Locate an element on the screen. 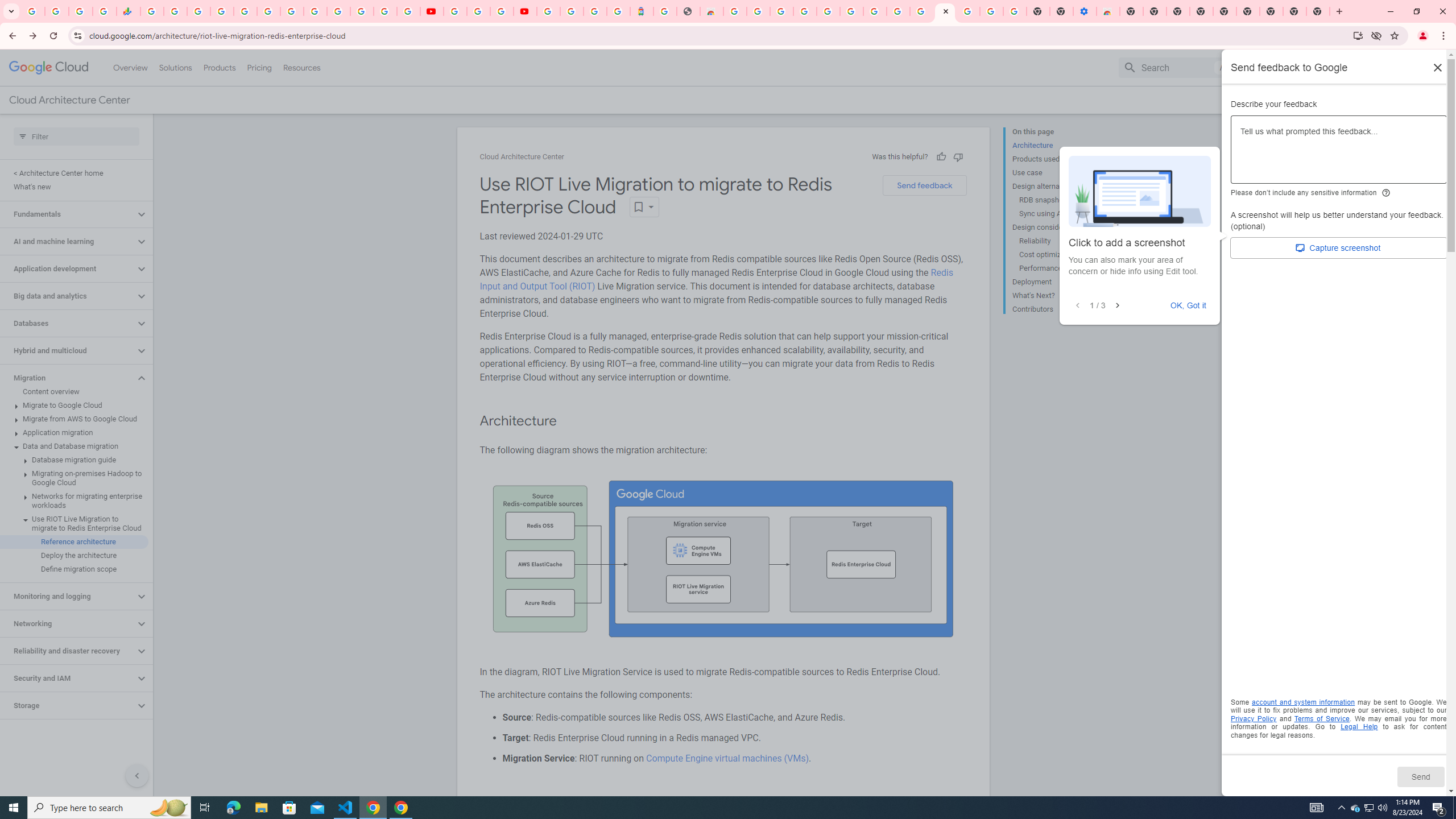  'Contributors' is located at coordinates (1058, 307).